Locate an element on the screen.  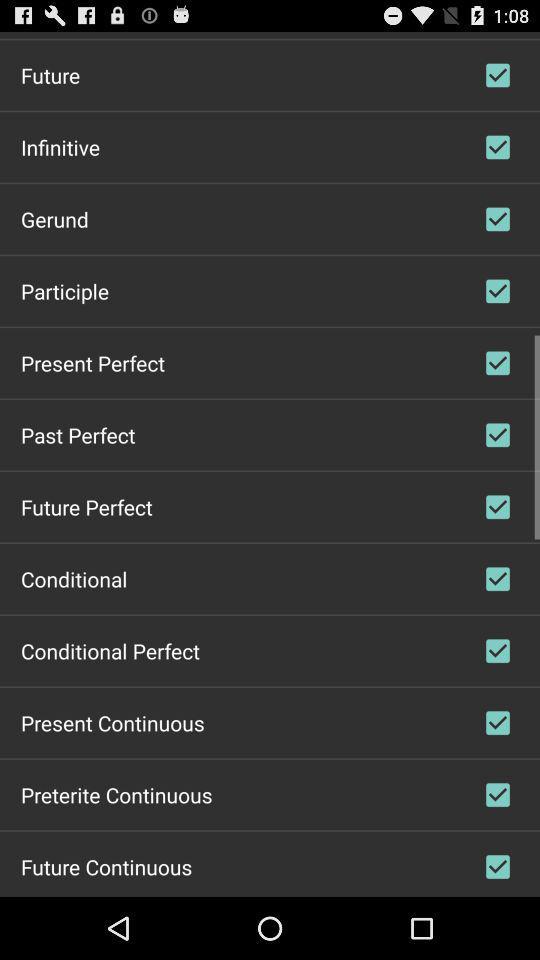
the conditional perfect item is located at coordinates (110, 649).